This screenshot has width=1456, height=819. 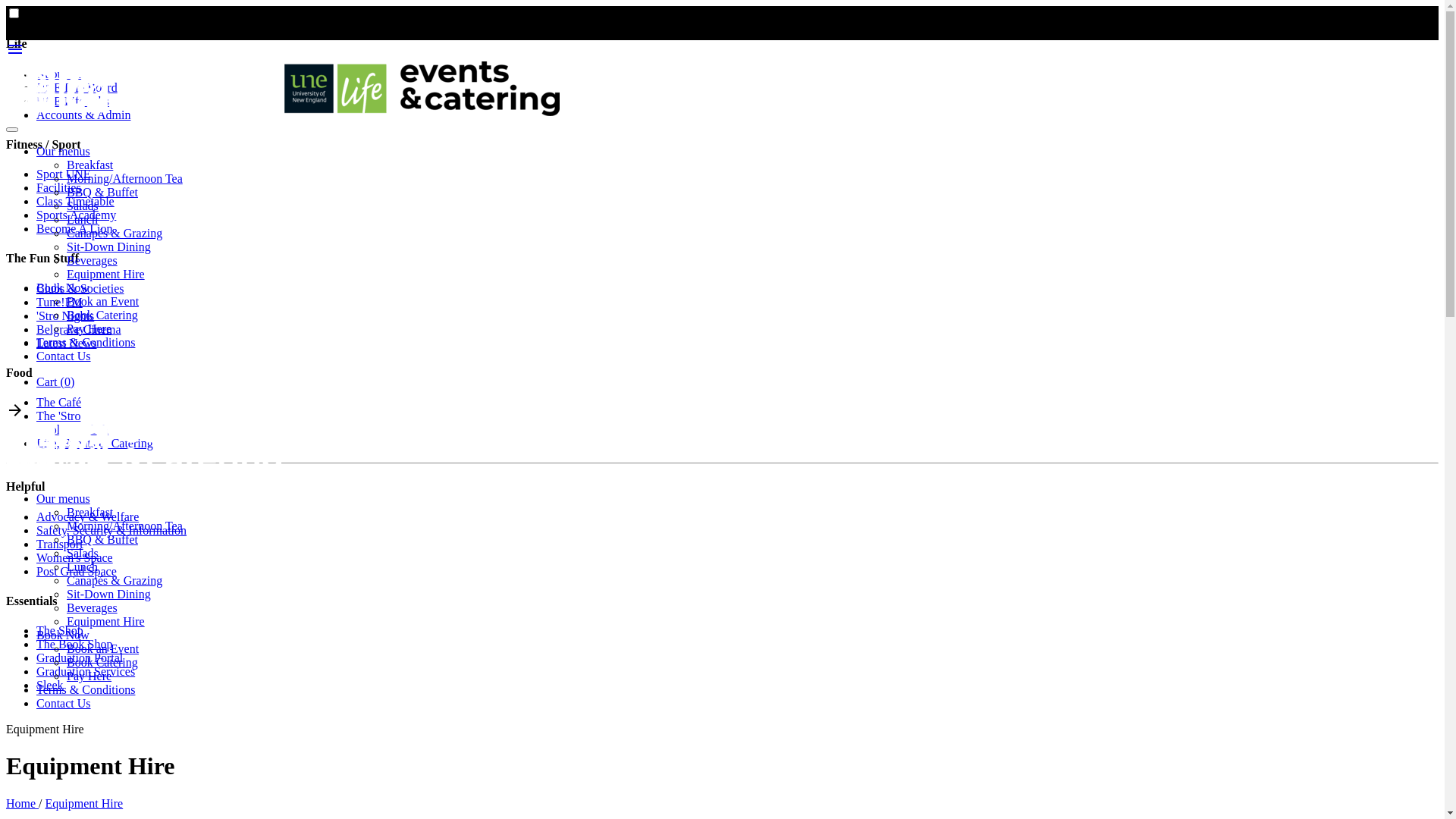 I want to click on 'Accounts & Admin', so click(x=83, y=114).